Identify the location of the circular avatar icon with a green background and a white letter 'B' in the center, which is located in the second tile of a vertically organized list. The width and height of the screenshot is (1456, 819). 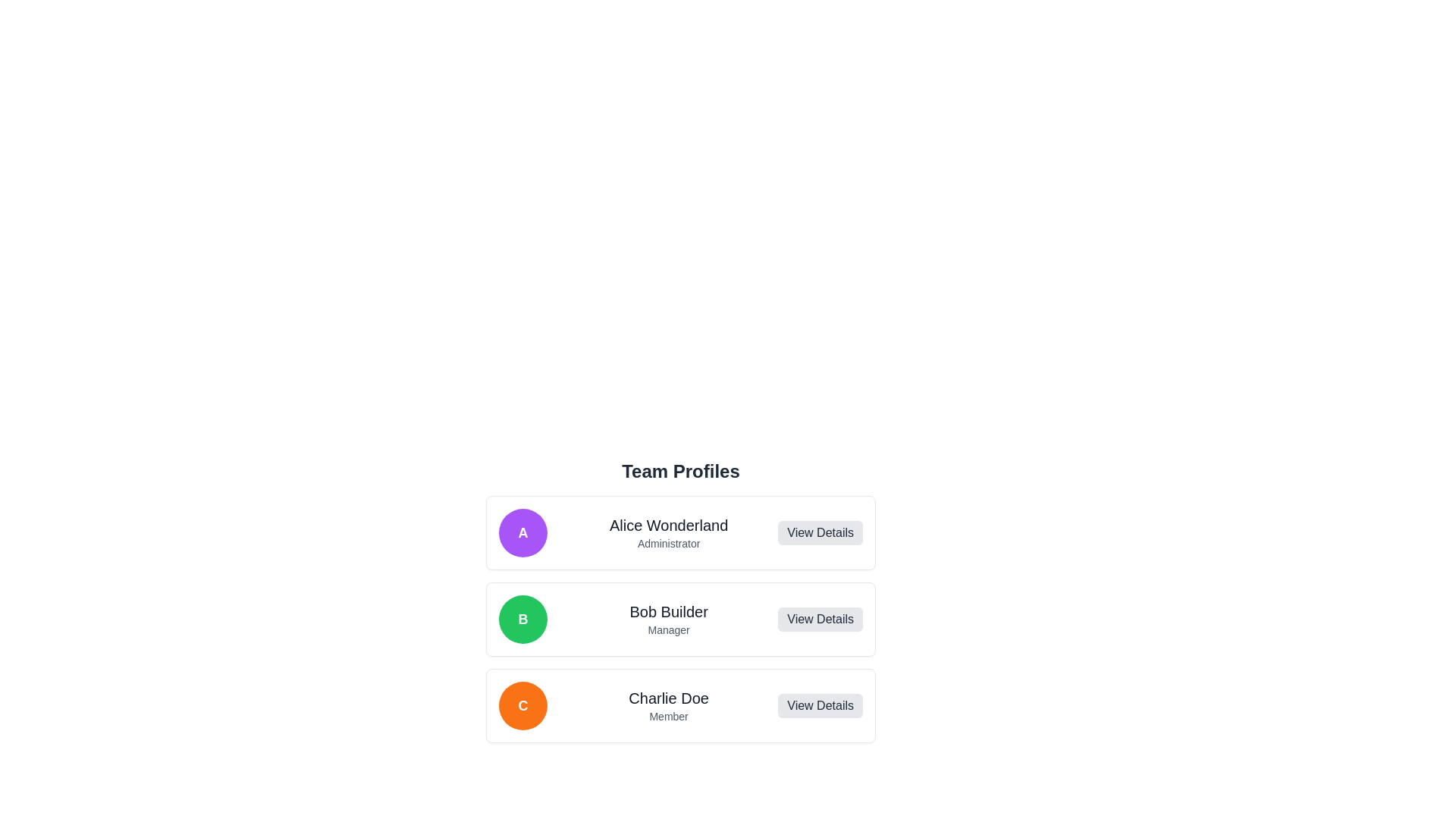
(523, 620).